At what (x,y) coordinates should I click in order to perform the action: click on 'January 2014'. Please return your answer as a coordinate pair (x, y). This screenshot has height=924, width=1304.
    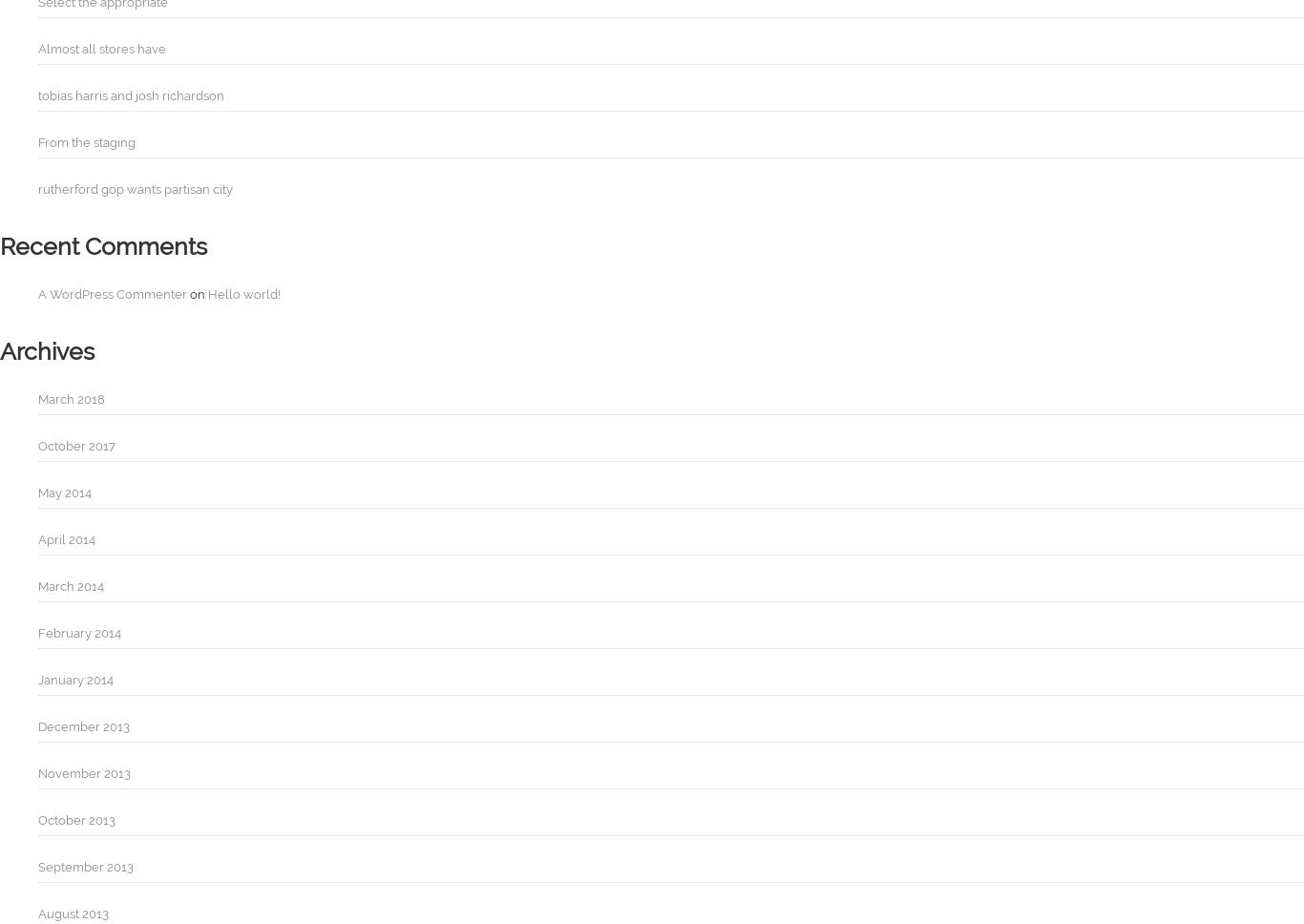
    Looking at the image, I should click on (75, 679).